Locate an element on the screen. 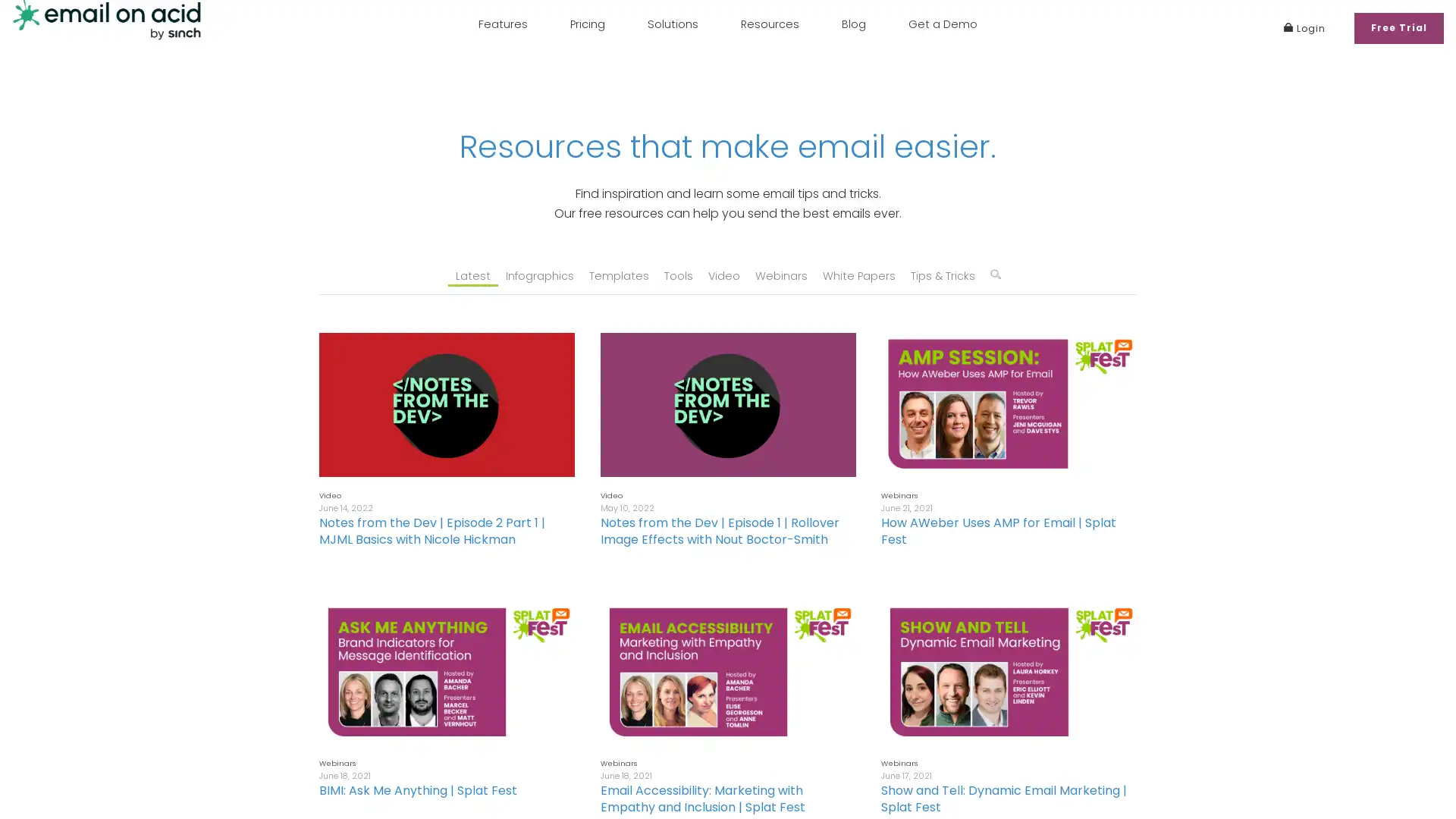 Image resolution: width=1456 pixels, height=819 pixels. q is located at coordinates (994, 275).